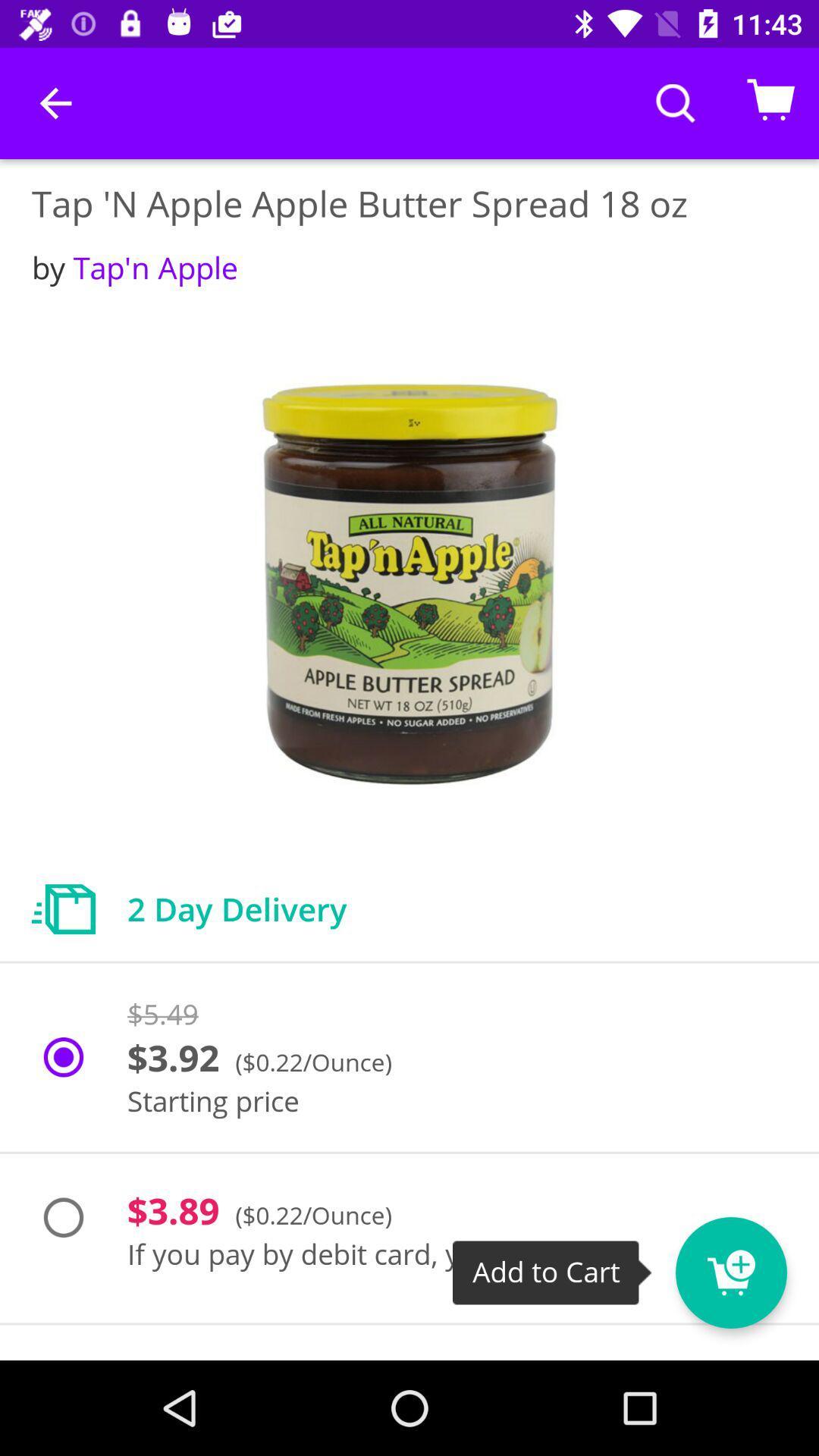 This screenshot has height=1456, width=819. Describe the element at coordinates (730, 1272) in the screenshot. I see `the cart icon` at that location.